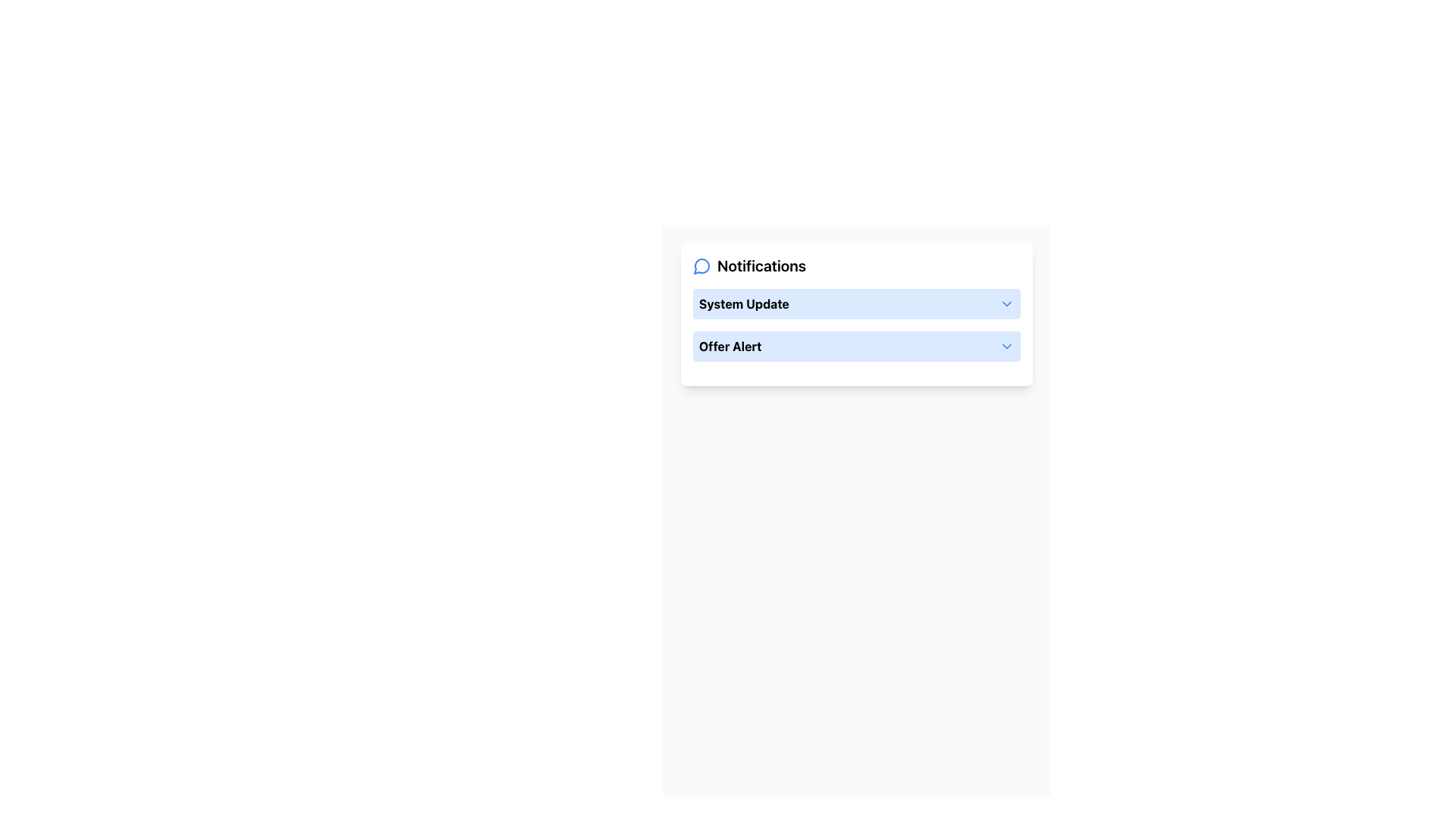 The image size is (1456, 819). What do you see at coordinates (701, 265) in the screenshot?
I see `the circular speech bubble icon located in the header section of the notification card, positioned to the left of the 'Notifications' title` at bounding box center [701, 265].